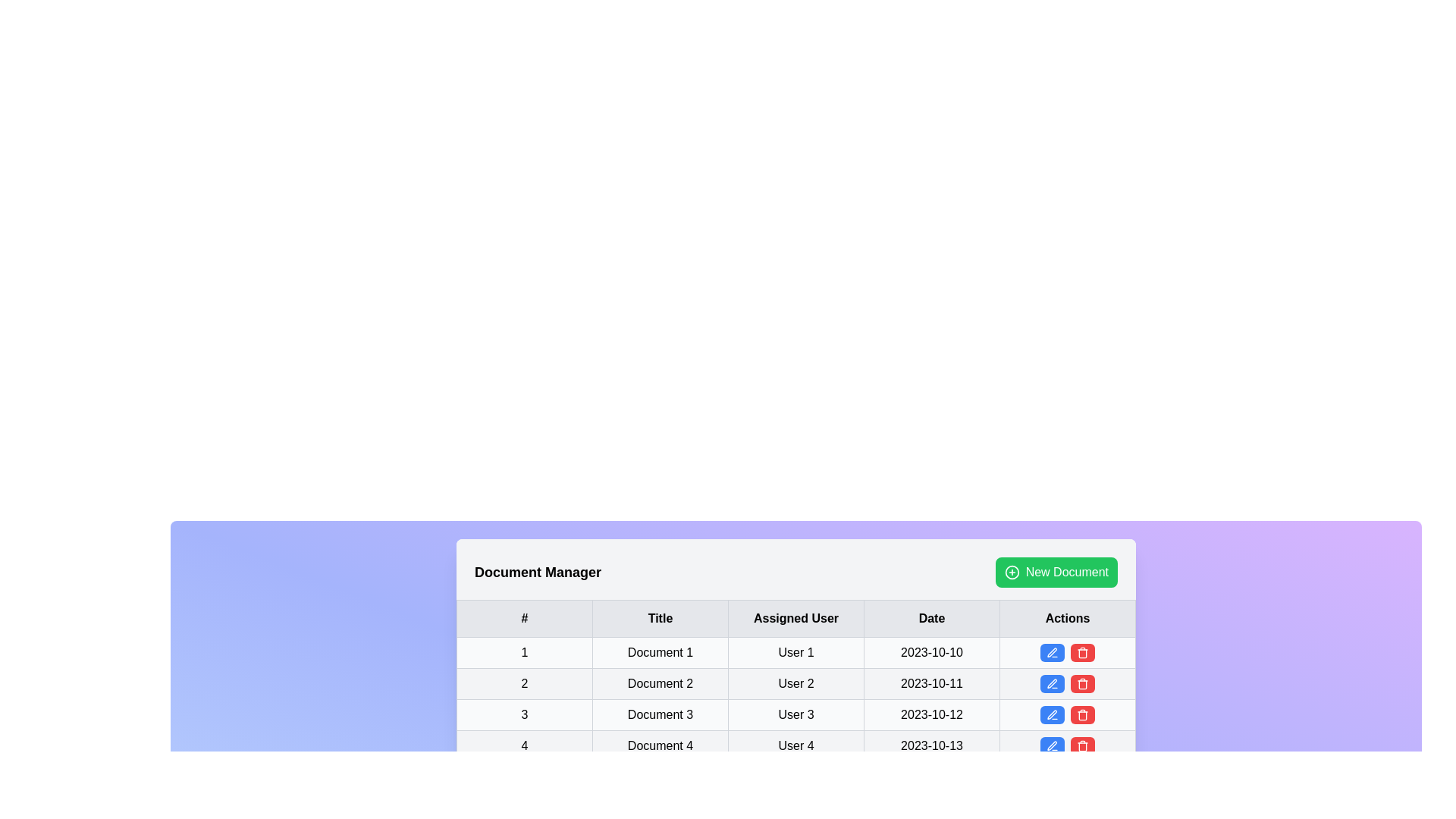  Describe the element at coordinates (930, 745) in the screenshot. I see `the table cell displaying the date '2023-10-13' located in the fourth row of the 'Date' column` at that location.